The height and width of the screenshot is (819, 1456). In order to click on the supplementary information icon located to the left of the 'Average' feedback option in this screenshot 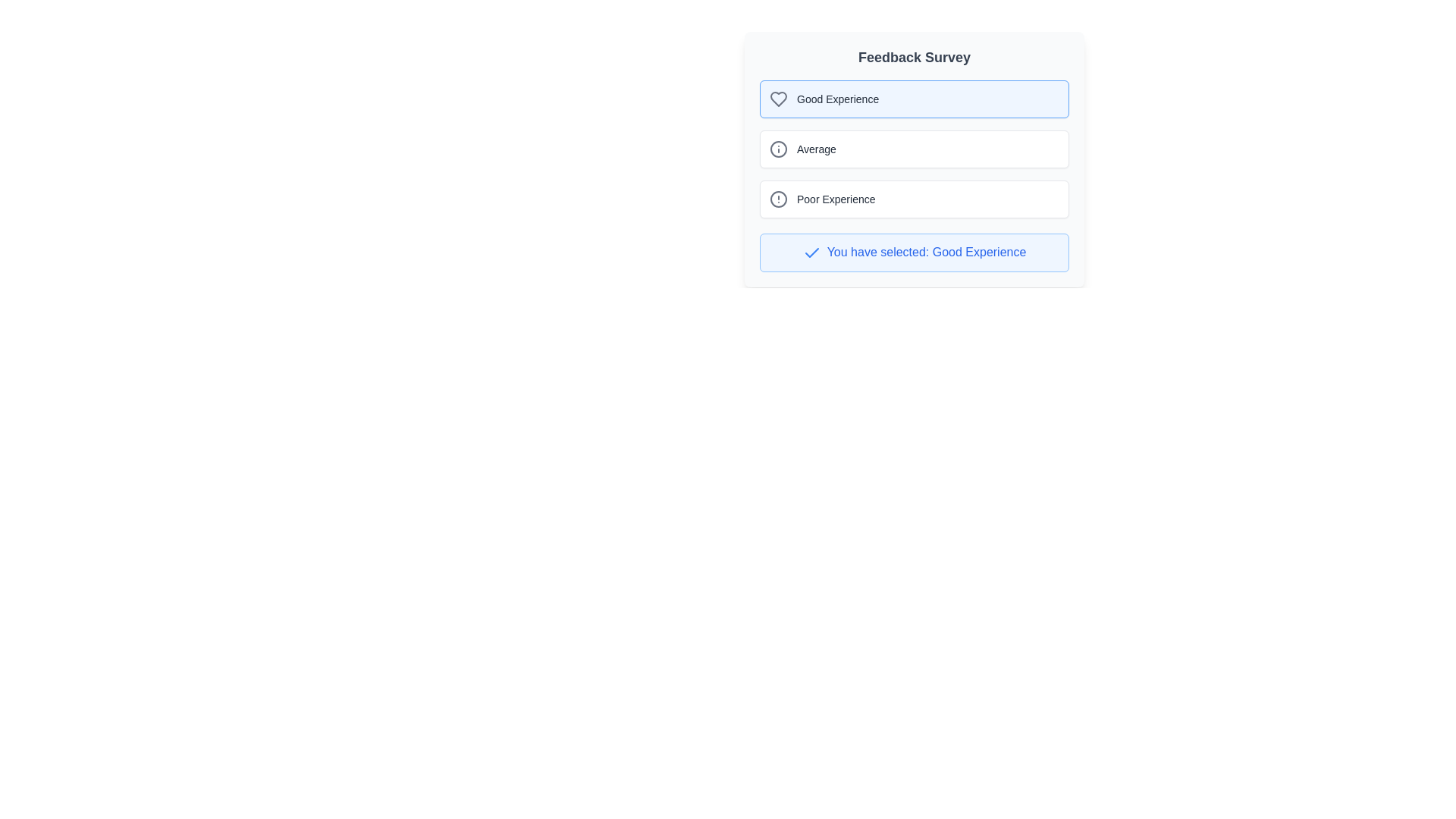, I will do `click(779, 149)`.